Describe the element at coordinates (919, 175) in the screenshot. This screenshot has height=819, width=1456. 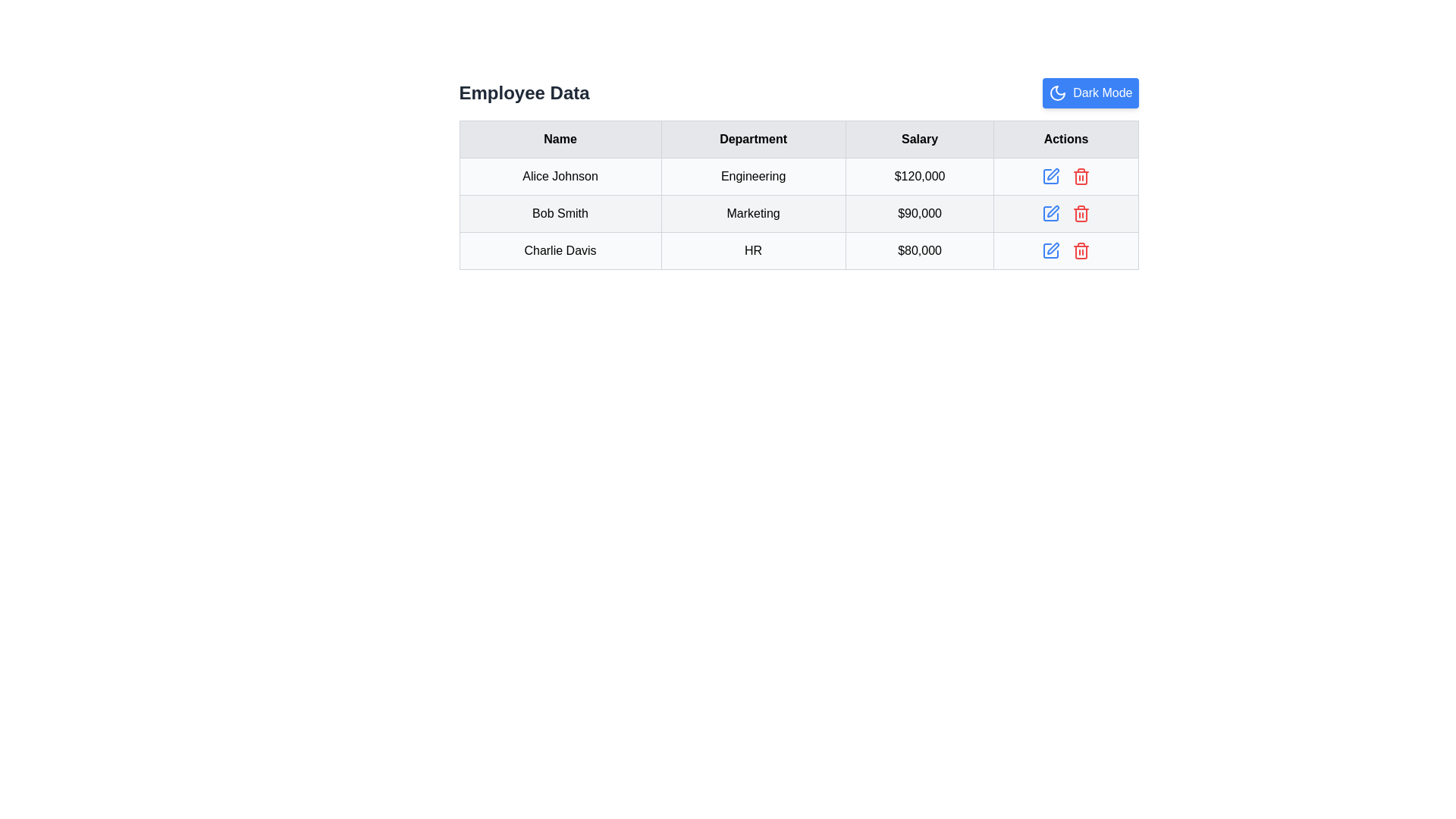
I see `the salary display of Alice Johnson, which shows the amount '$120,000' in the Salary column of the table` at that location.